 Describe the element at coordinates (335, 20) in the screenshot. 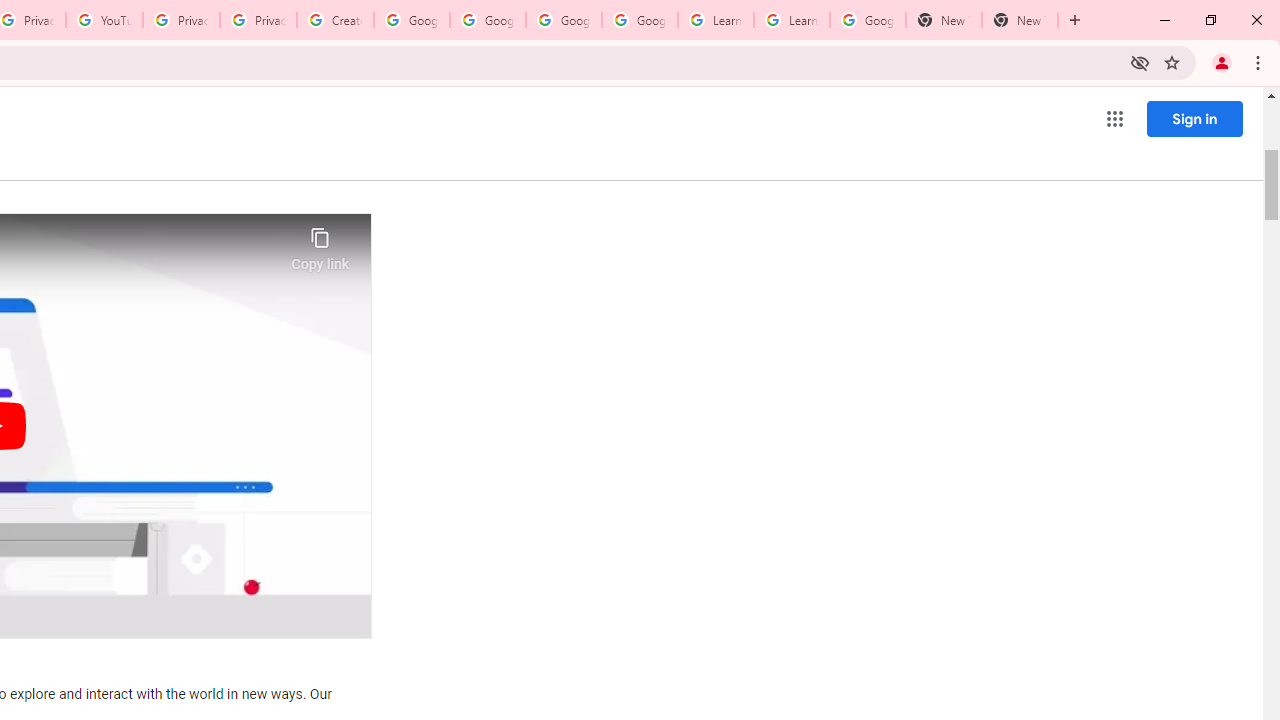

I see `'Create your Google Account'` at that location.